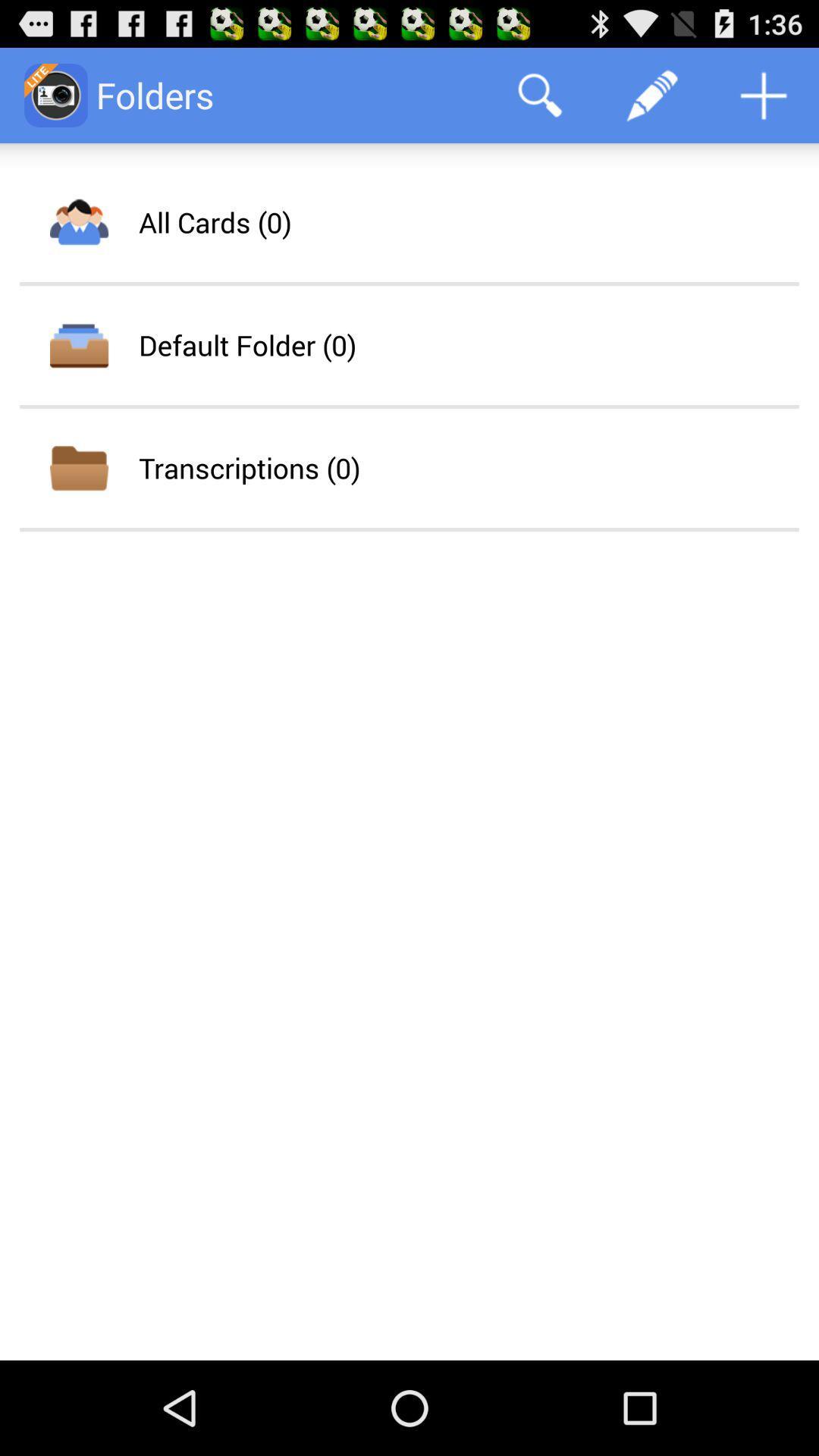  Describe the element at coordinates (215, 221) in the screenshot. I see `the item below the folders` at that location.